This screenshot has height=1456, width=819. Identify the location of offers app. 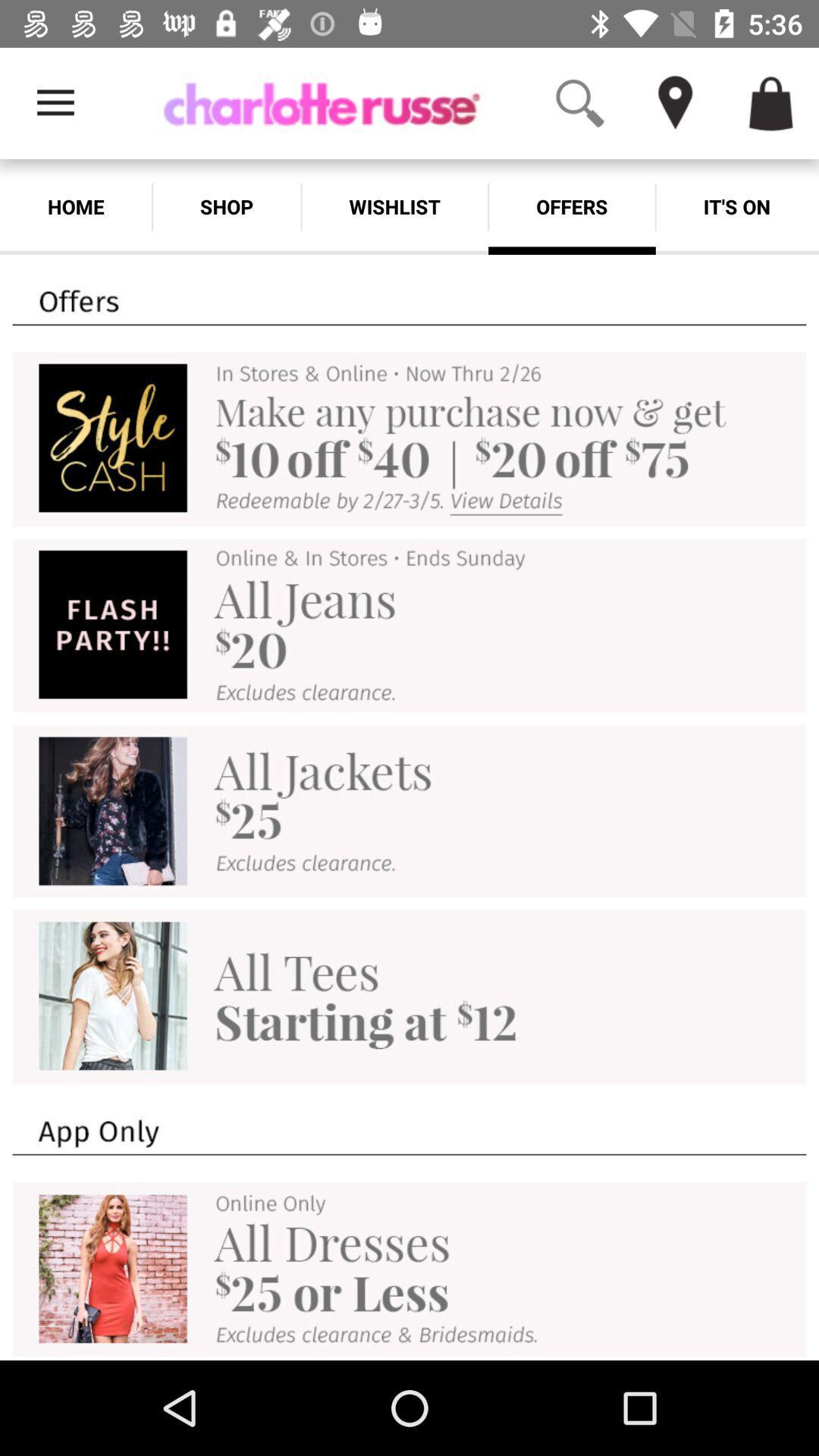
(572, 206).